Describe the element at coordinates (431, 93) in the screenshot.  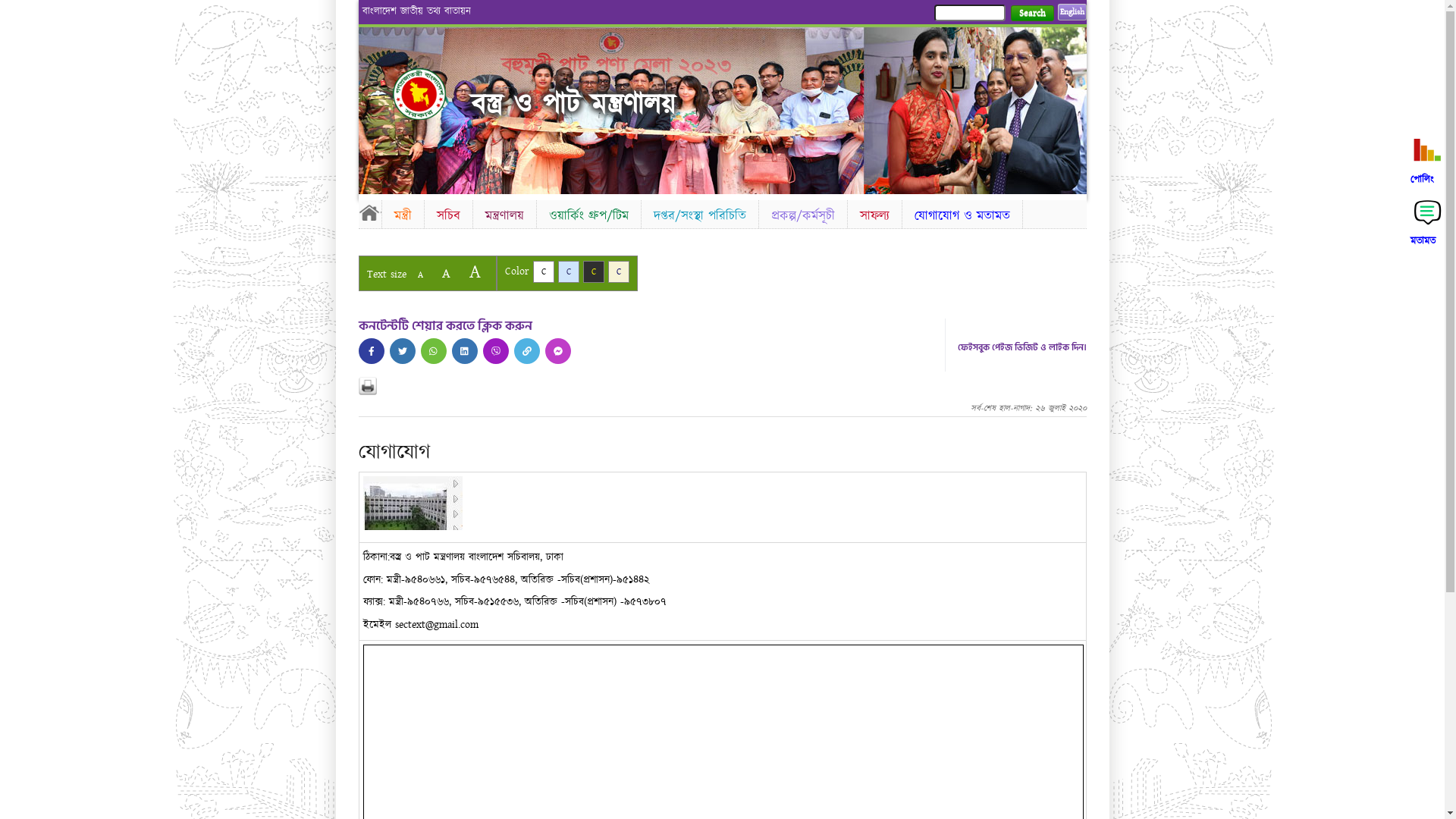
I see `'Home'` at that location.